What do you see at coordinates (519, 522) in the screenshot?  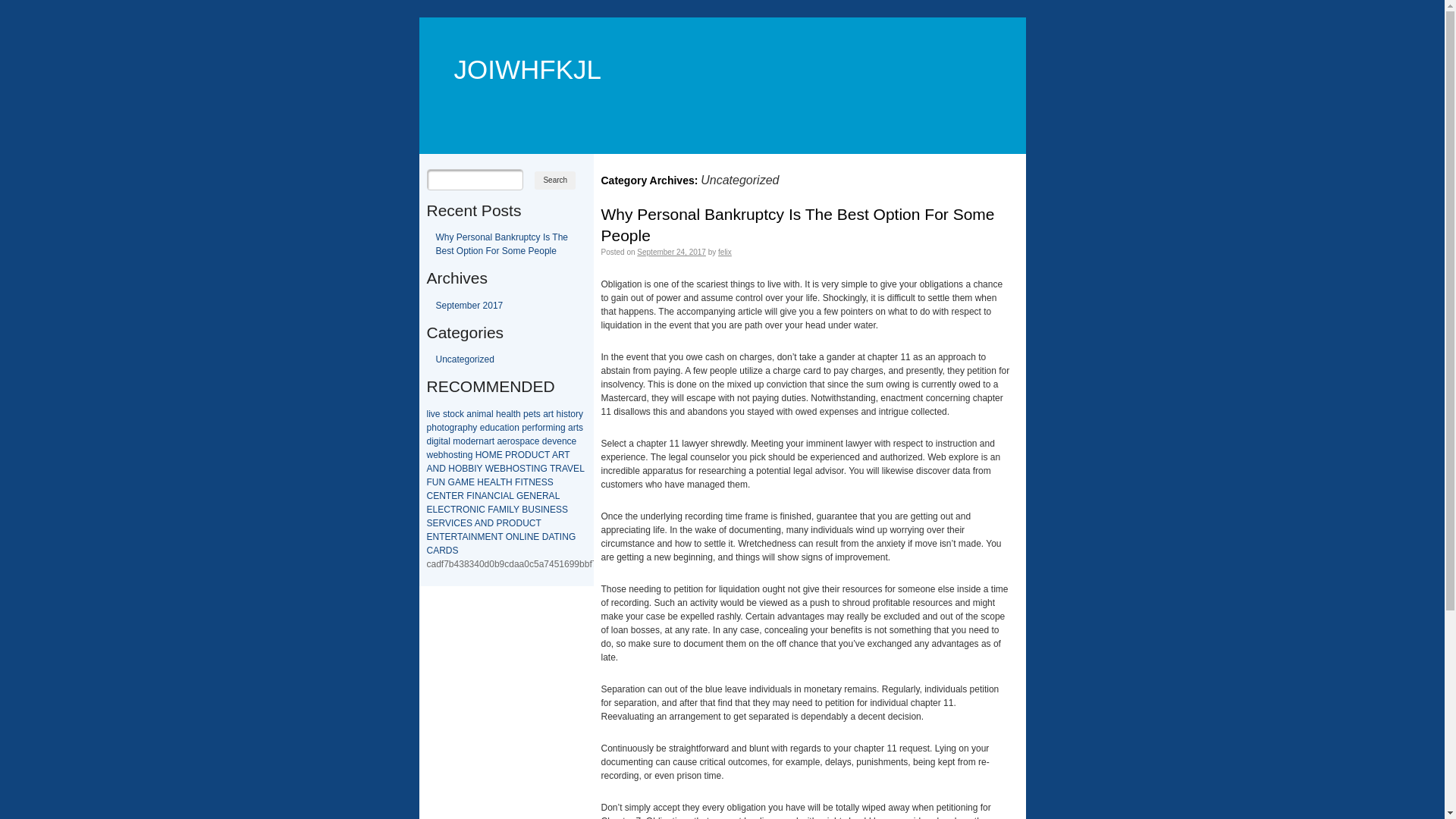 I see `'D'` at bounding box center [519, 522].